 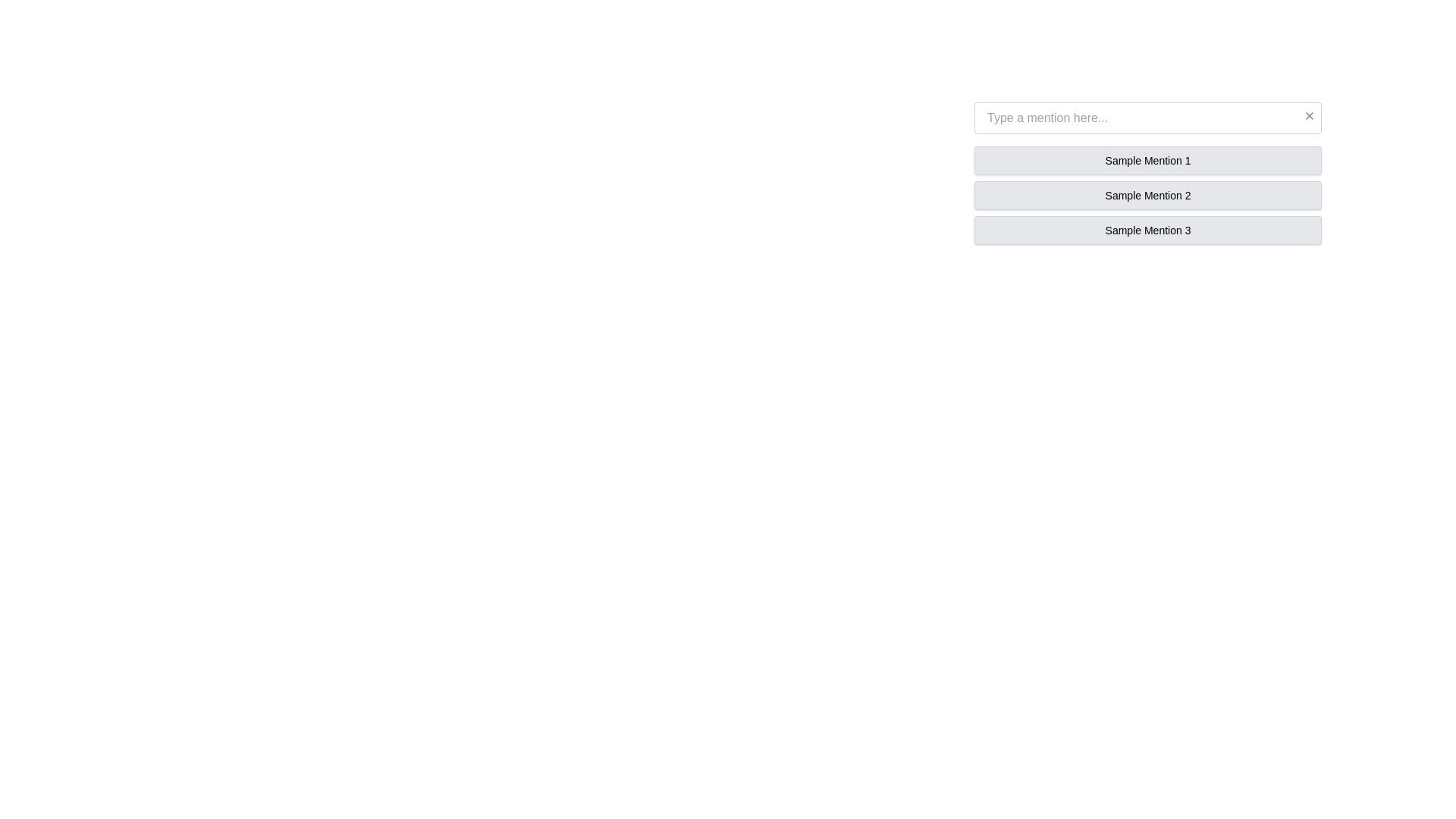 What do you see at coordinates (1147, 195) in the screenshot?
I see `the button labeled 'Sample Mention 2', which is the second button among three vertically stacked buttons styled with rounded corners and a light gray background` at bounding box center [1147, 195].